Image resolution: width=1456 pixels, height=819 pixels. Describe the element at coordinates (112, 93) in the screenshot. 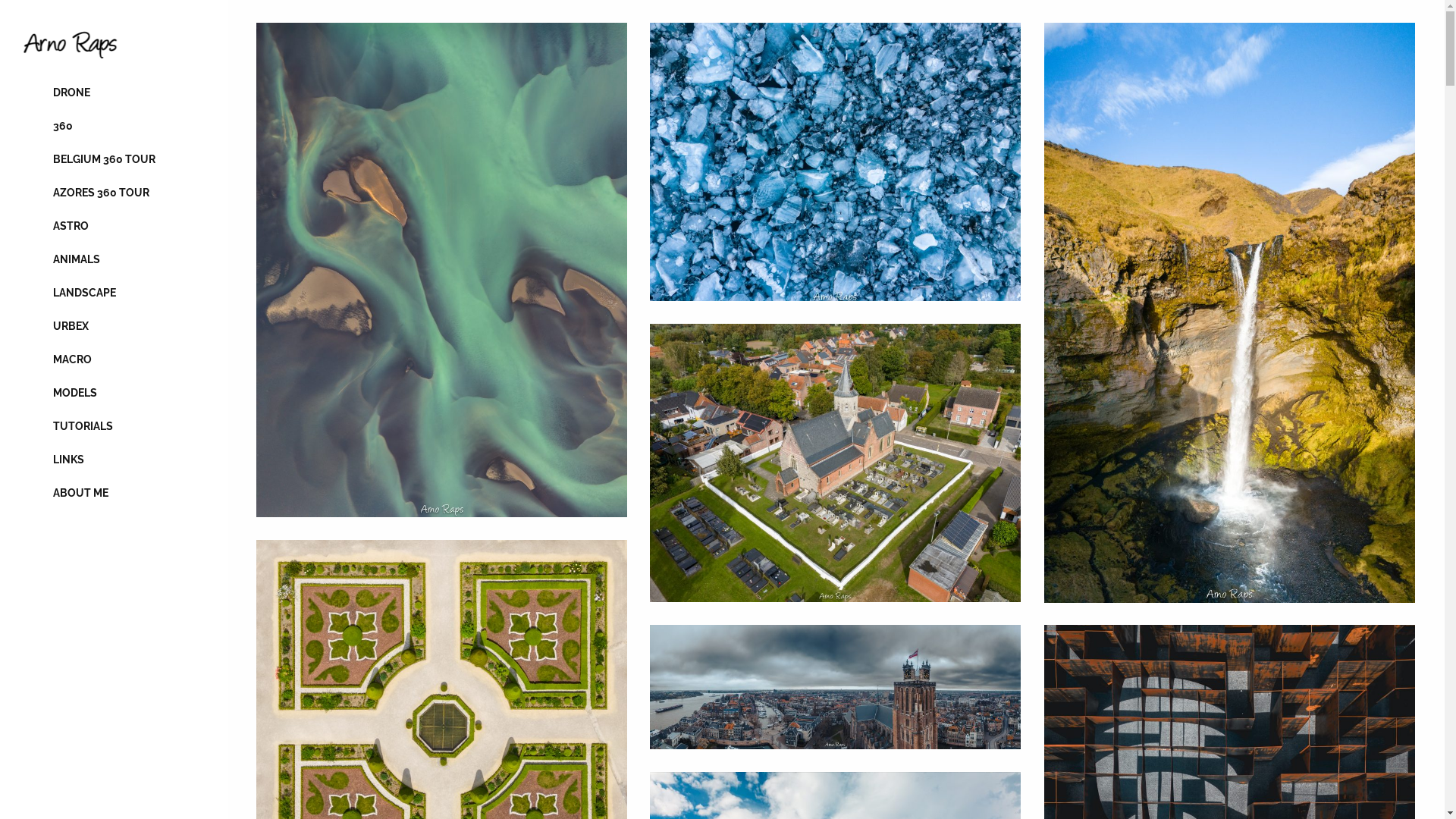

I see `'DRONE'` at that location.